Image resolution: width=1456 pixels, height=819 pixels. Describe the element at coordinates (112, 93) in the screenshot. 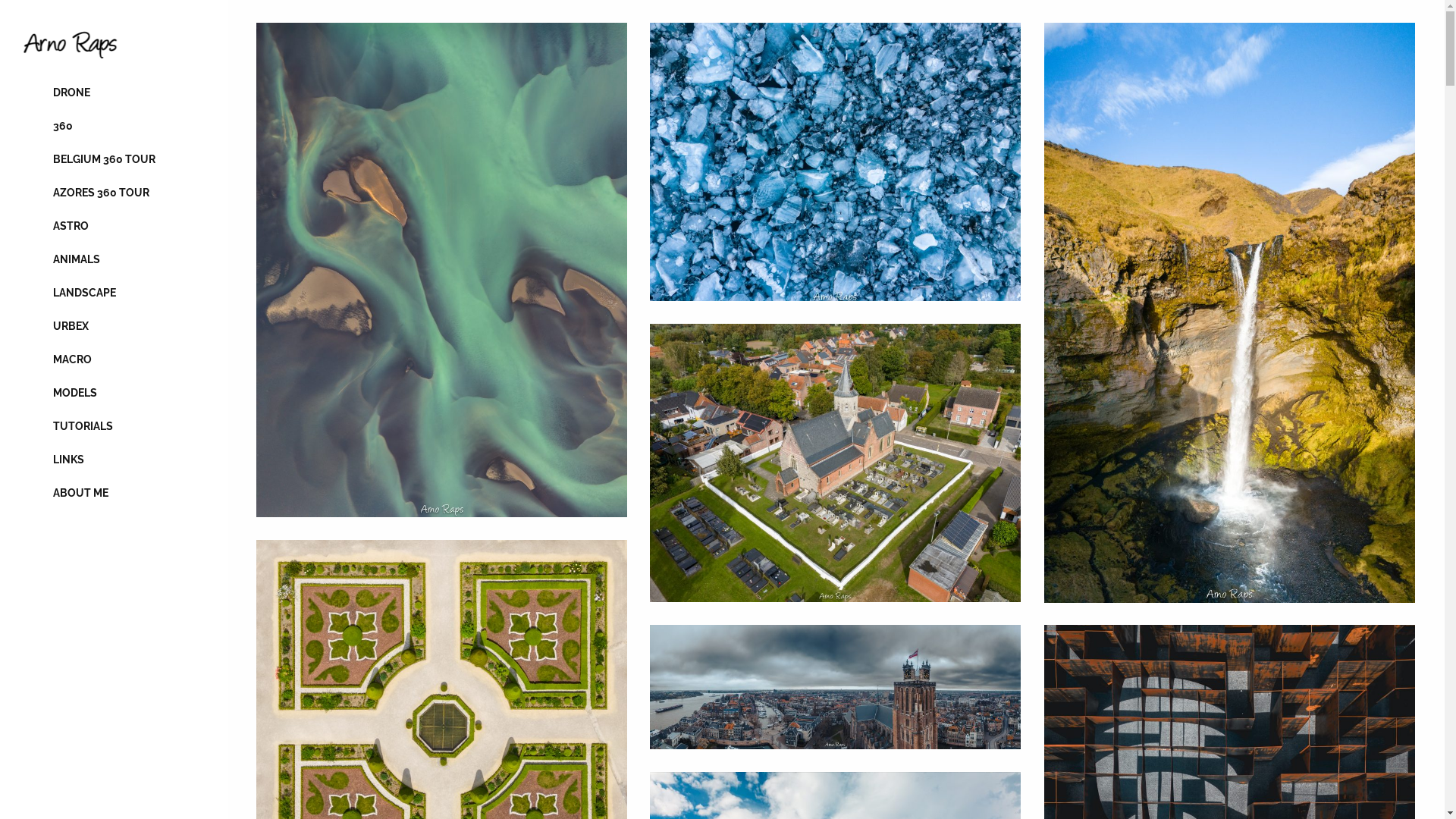

I see `'DRONE'` at that location.